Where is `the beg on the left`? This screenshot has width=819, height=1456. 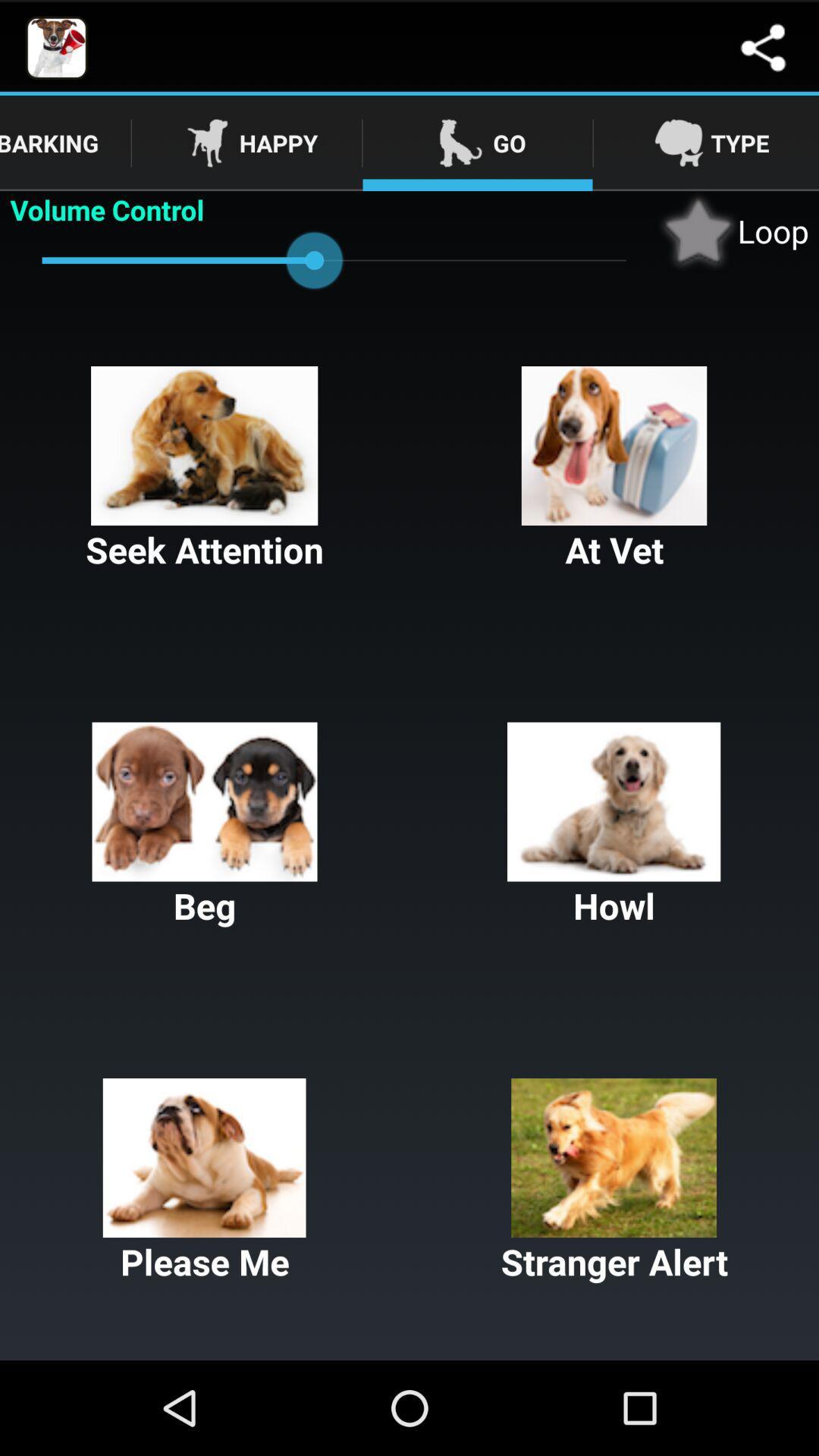 the beg on the left is located at coordinates (205, 825).